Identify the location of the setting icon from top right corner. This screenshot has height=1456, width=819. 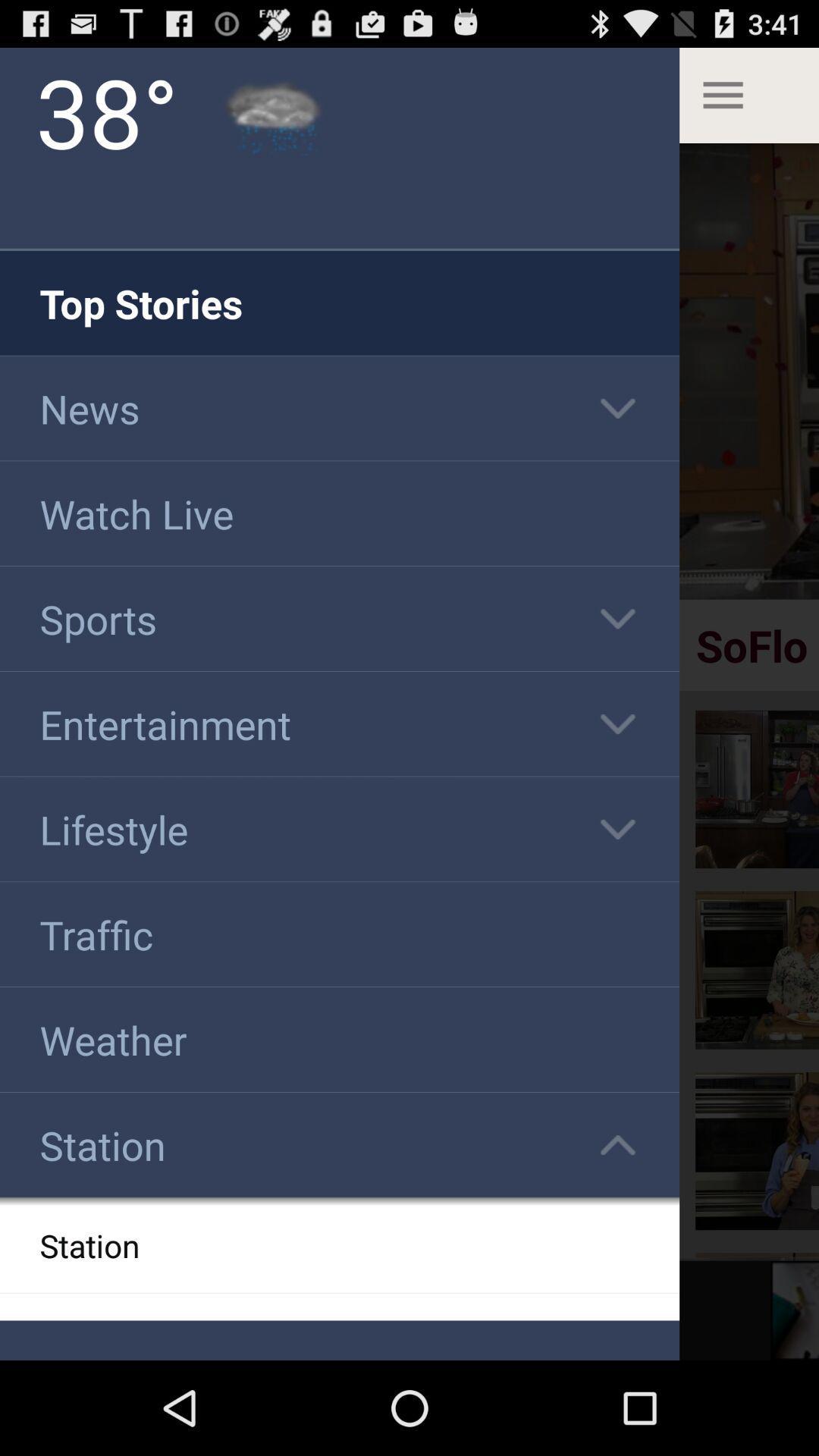
(748, 94).